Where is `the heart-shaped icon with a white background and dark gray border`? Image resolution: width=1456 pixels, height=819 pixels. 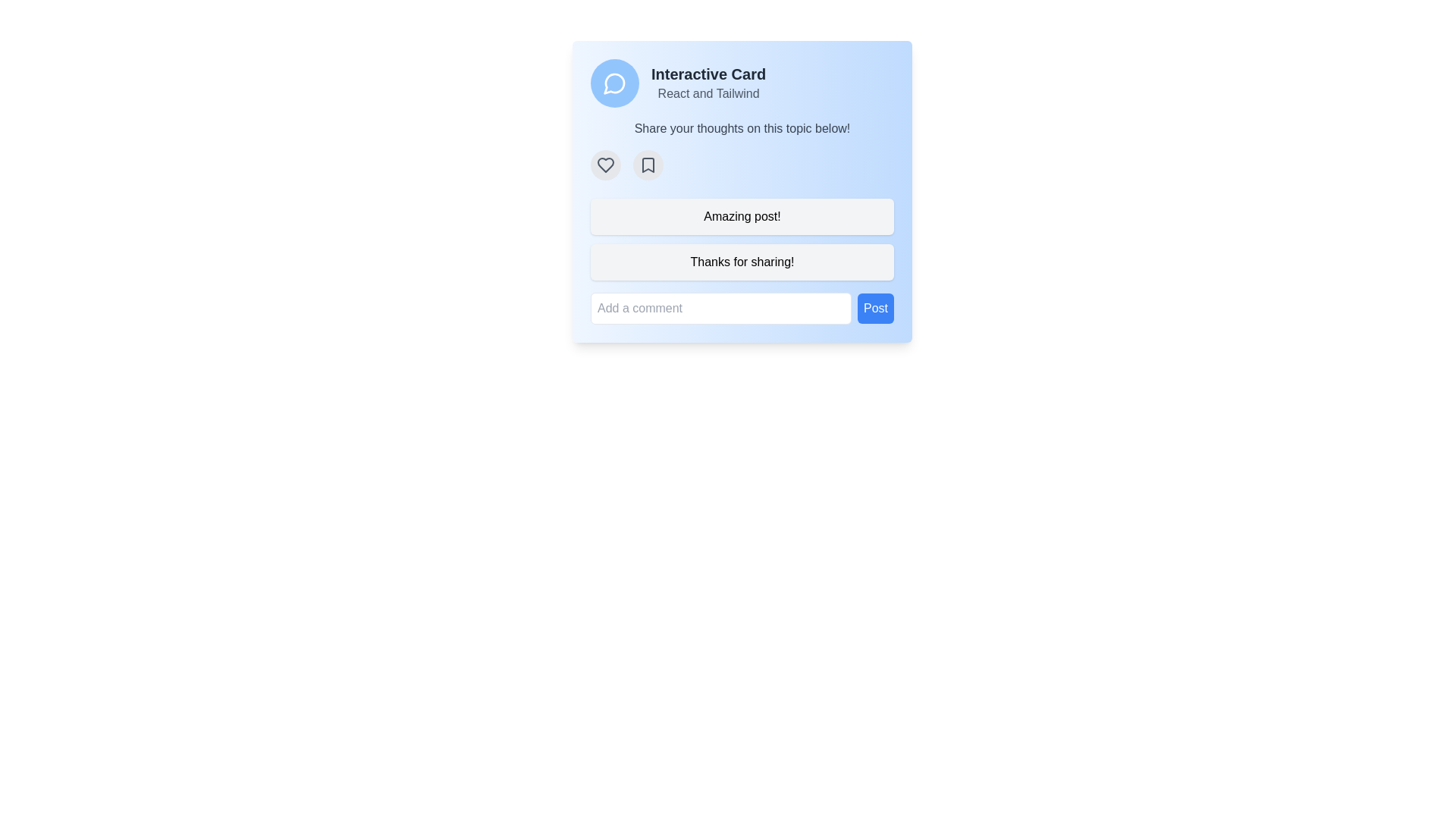 the heart-shaped icon with a white background and dark gray border is located at coordinates (604, 165).